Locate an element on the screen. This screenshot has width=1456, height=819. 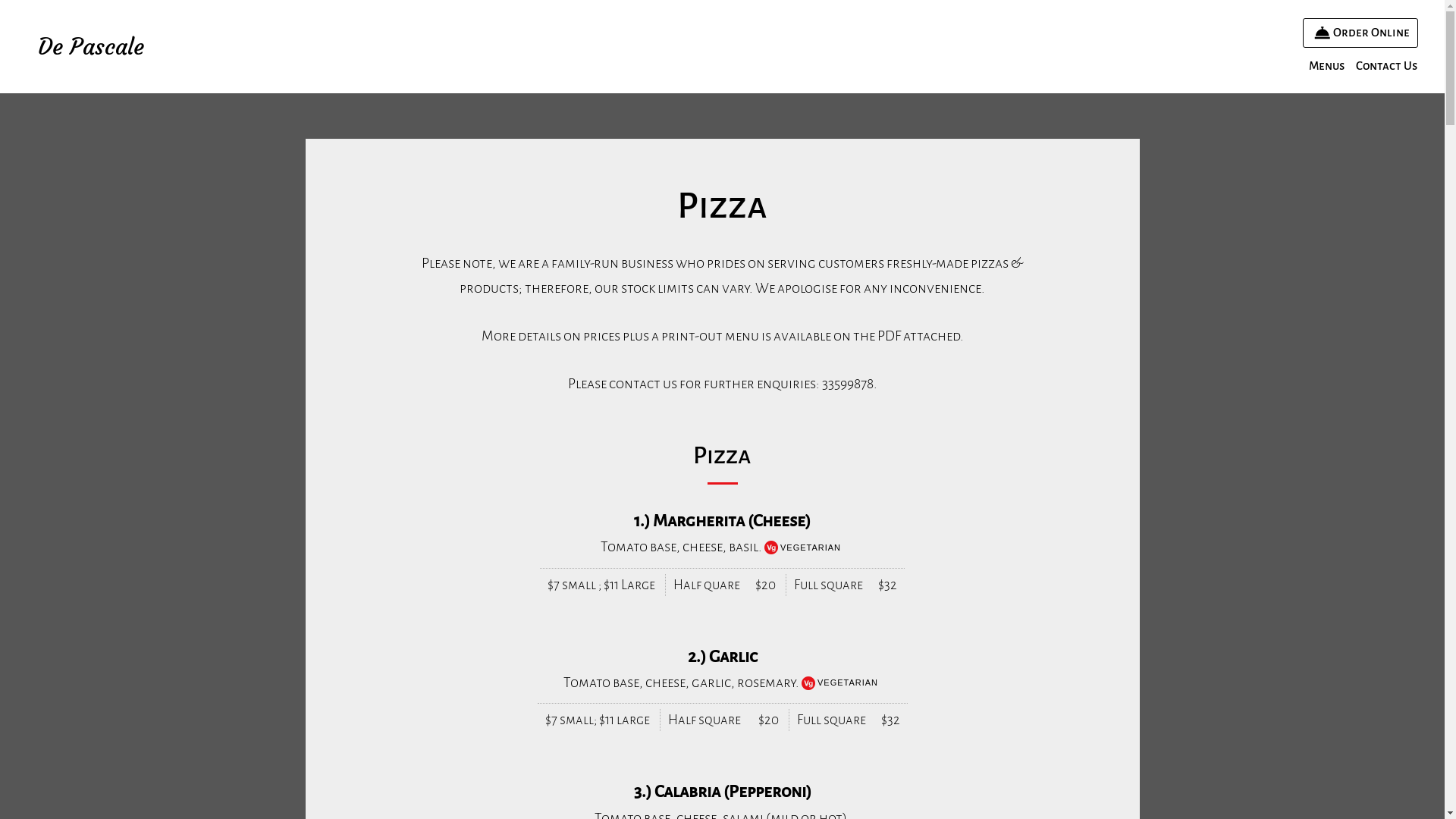
'Contact Us' is located at coordinates (1351, 65).